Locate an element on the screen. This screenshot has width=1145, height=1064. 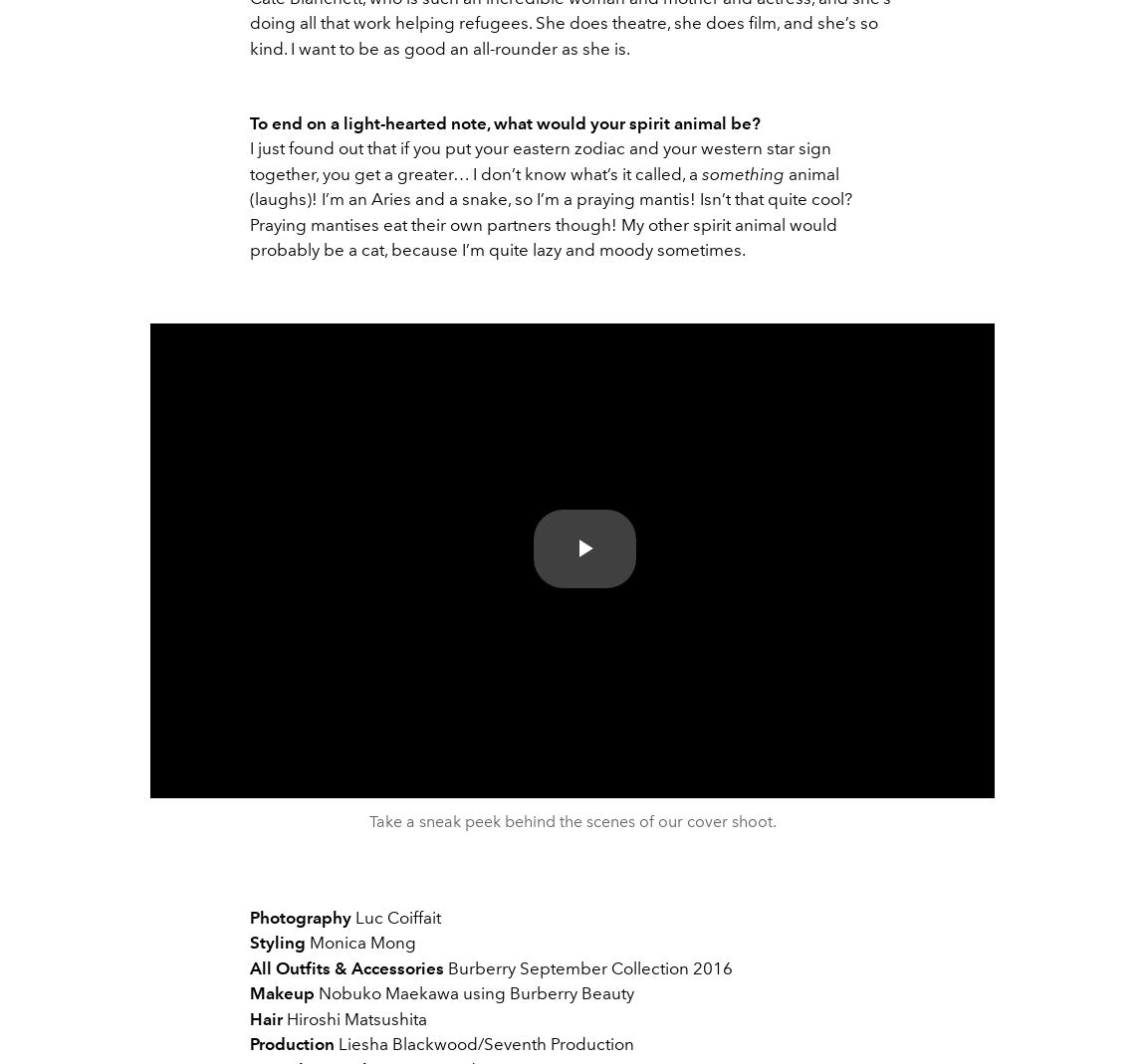
'Makeup' is located at coordinates (249, 993).